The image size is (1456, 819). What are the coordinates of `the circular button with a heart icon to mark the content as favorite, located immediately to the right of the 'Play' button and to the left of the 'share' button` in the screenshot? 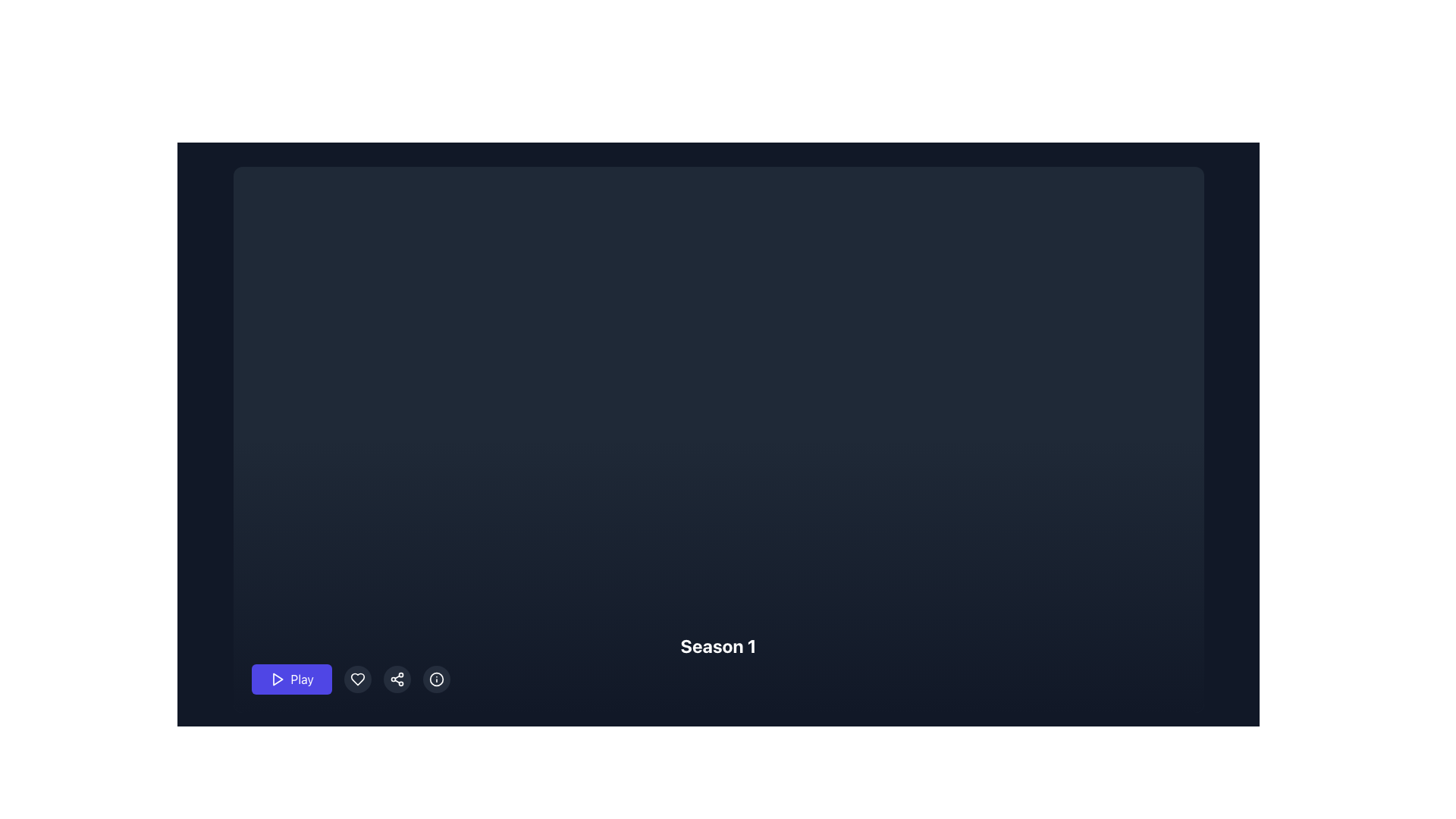 It's located at (356, 678).